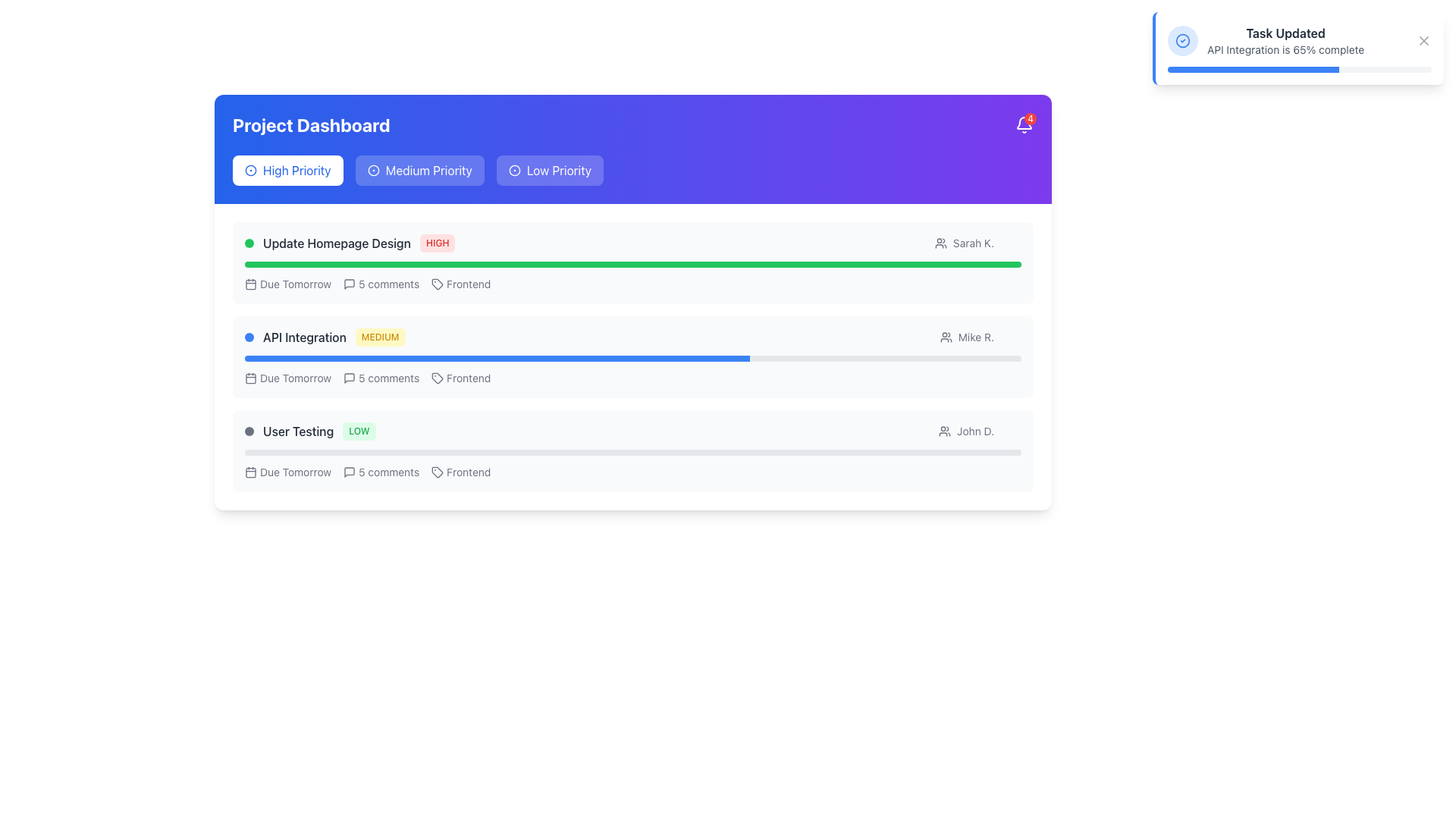  I want to click on the Non-interactive labeled icon that features a calendar icon and the text 'Due Tomorrow' located under the 'Update Homepage Design' section, so click(288, 284).